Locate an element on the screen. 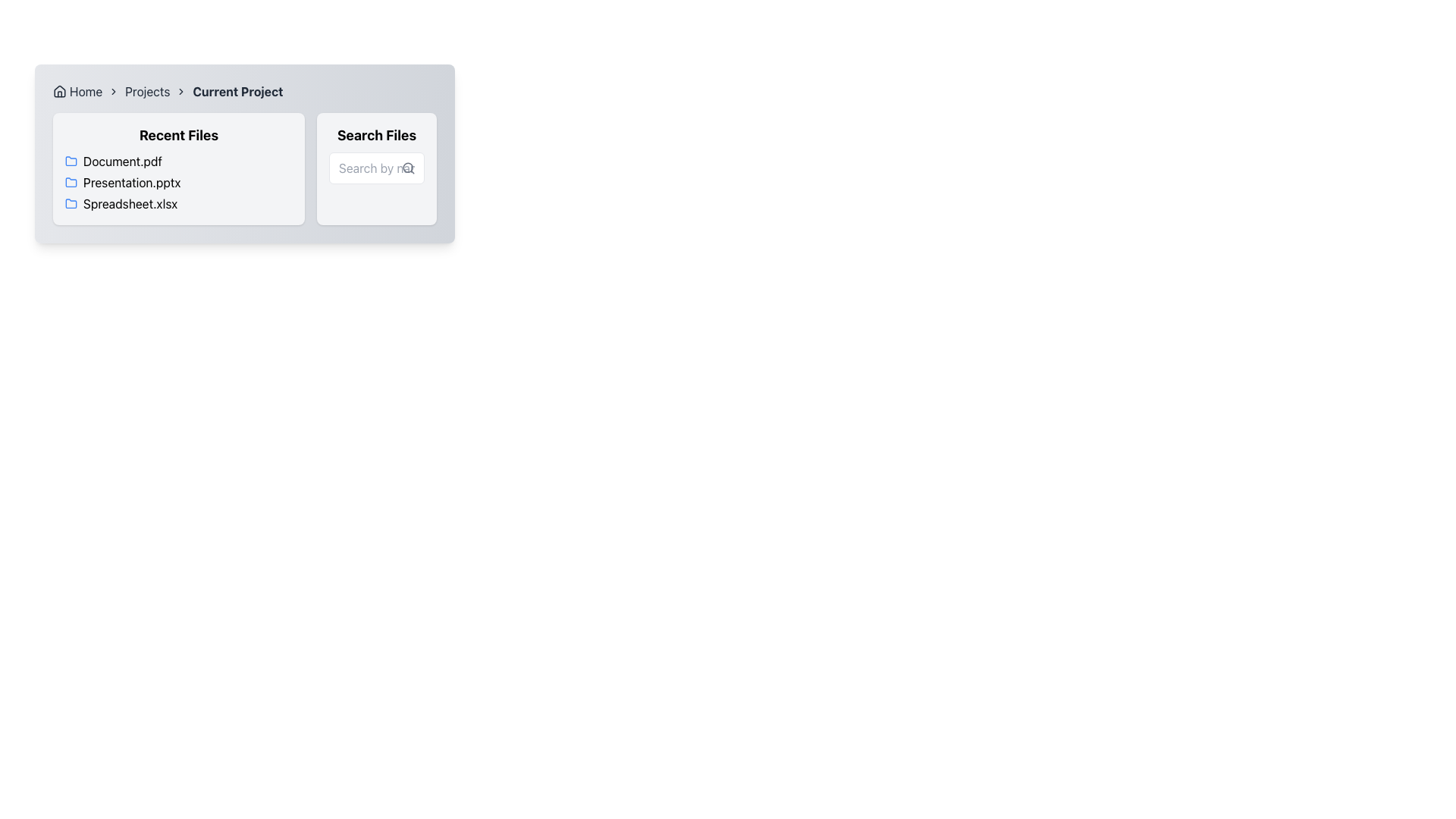 This screenshot has height=819, width=1456. the rightward-pointing chevron icon located between the 'Home' and 'Projects' links in the navigation breadcrumb section is located at coordinates (113, 91).